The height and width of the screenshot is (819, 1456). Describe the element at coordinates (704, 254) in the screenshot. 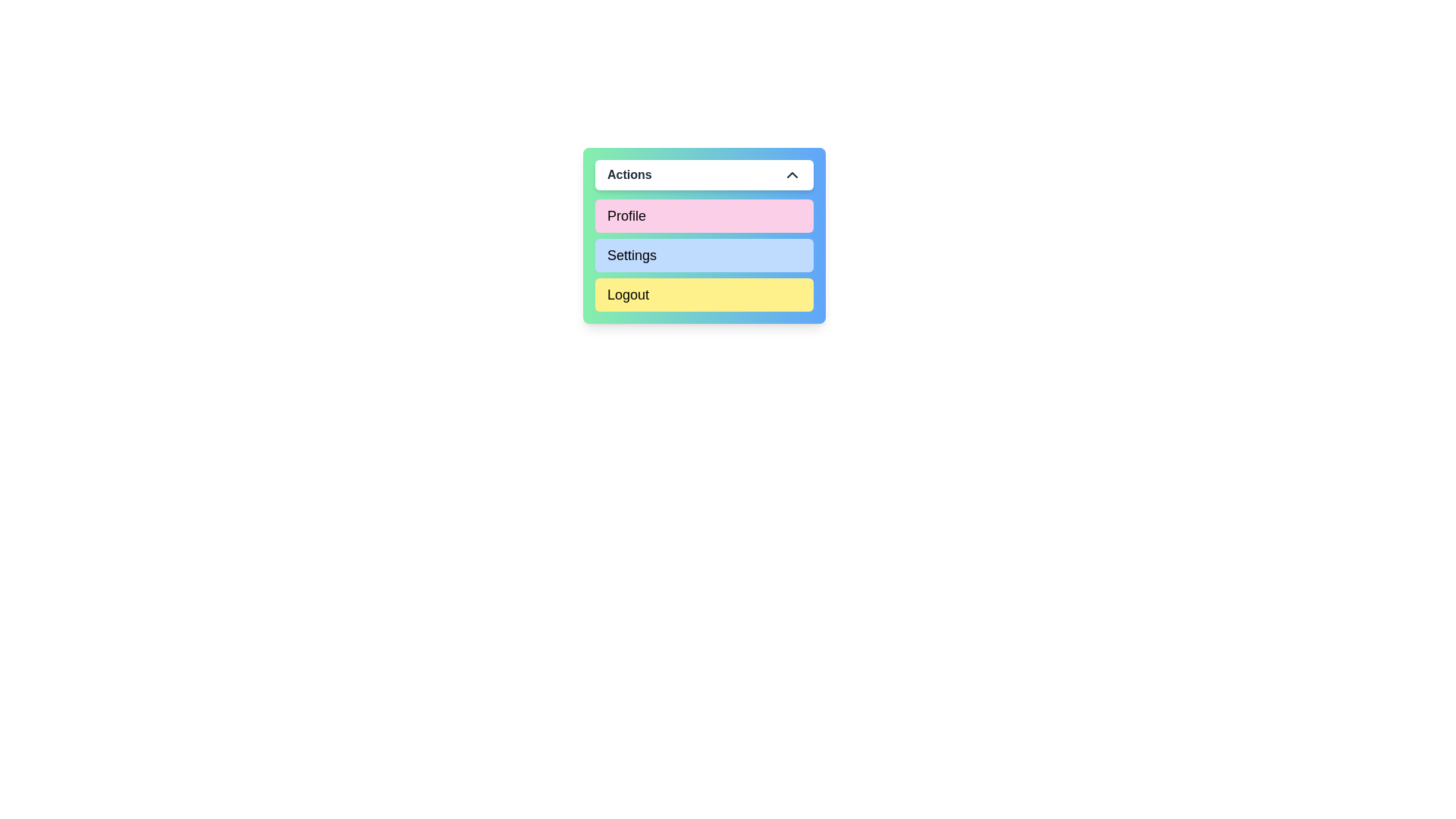

I see `the second button in the vertically aligned menu, located between the 'Profile' button with a pink background above and the 'Logout' button with a yellow background below` at that location.